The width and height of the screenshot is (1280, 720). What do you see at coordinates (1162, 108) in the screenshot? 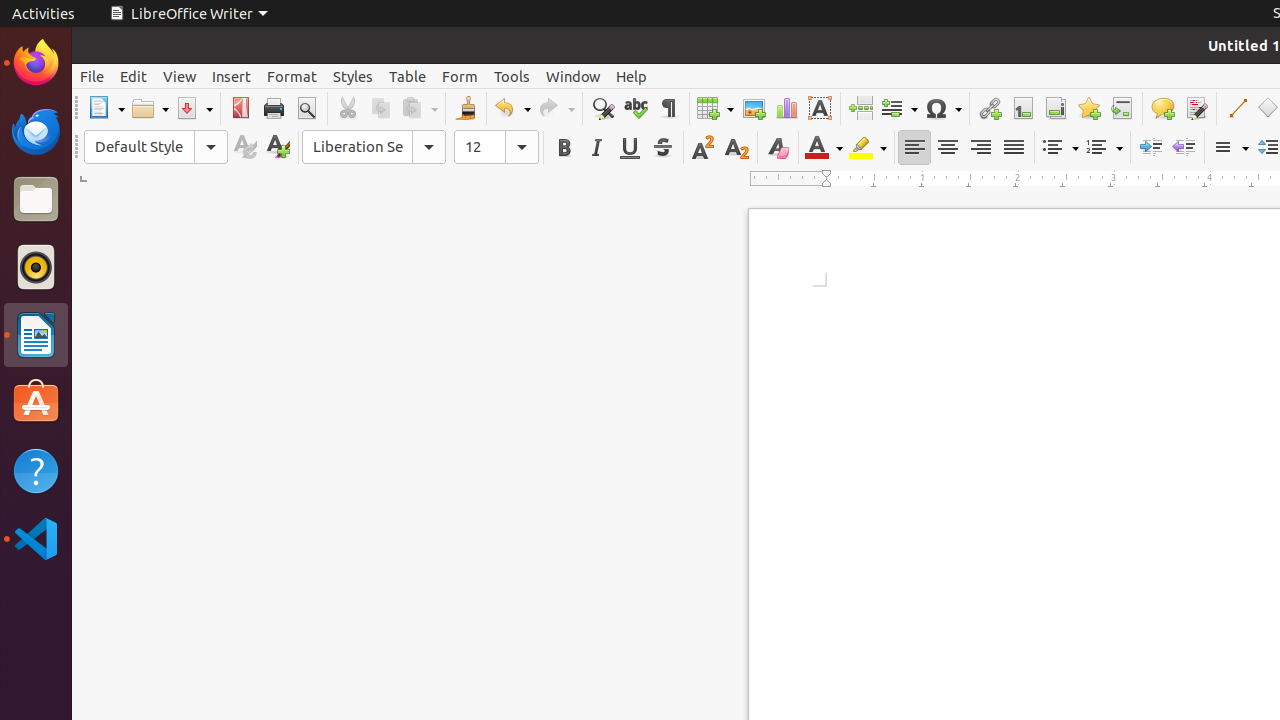
I see `'Comment'` at bounding box center [1162, 108].